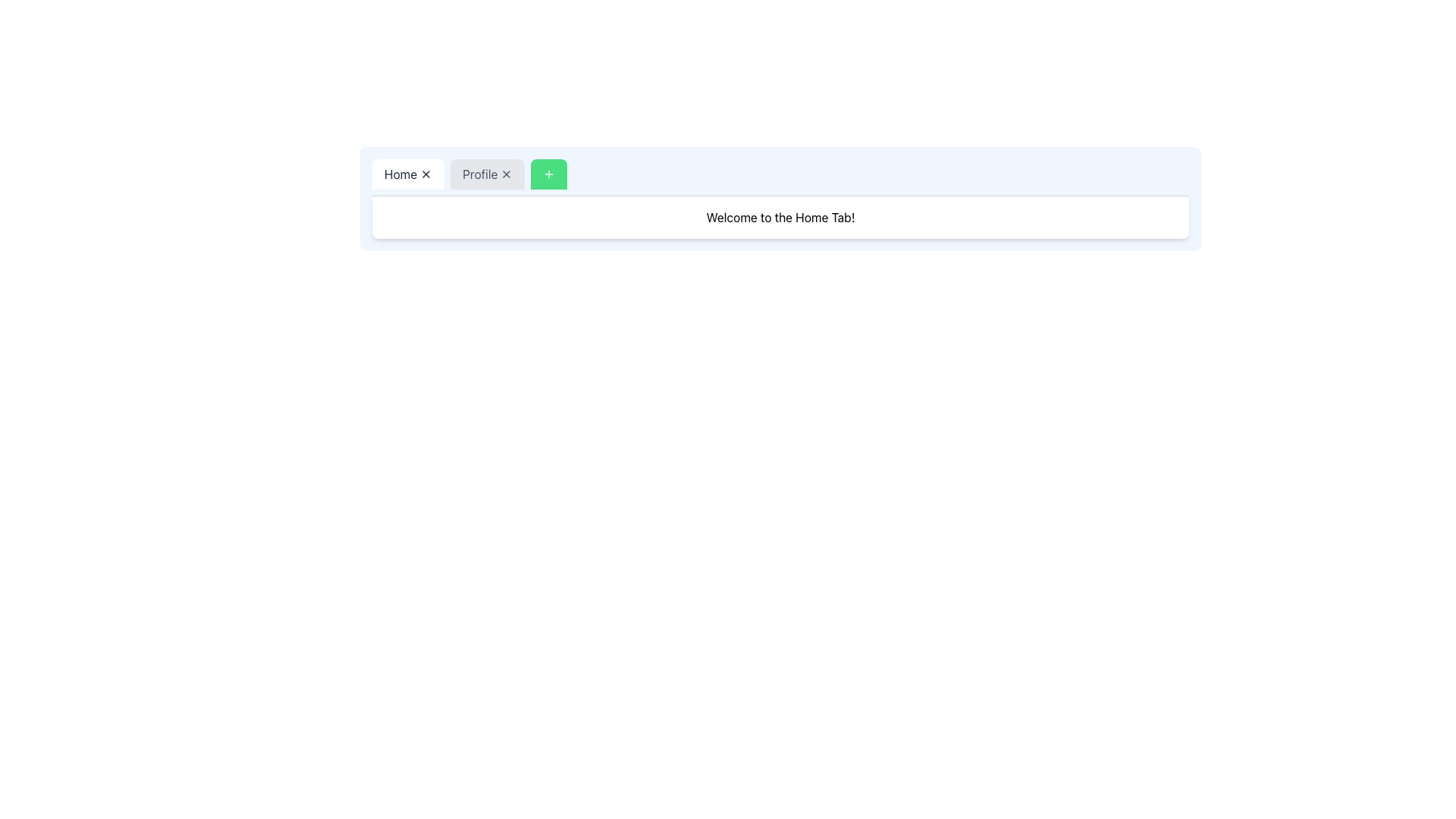 Image resolution: width=1456 pixels, height=819 pixels. What do you see at coordinates (507, 174) in the screenshot?
I see `the minimalistic 'X' icon in the 'Profile' tab to change its color to red, indicating a delete or close action` at bounding box center [507, 174].